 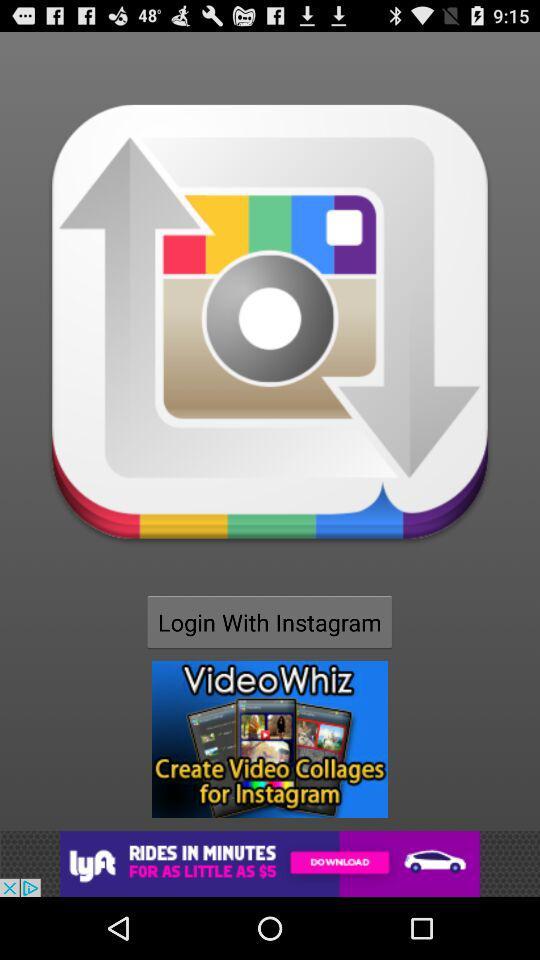 What do you see at coordinates (270, 738) in the screenshot?
I see `open advertisement` at bounding box center [270, 738].